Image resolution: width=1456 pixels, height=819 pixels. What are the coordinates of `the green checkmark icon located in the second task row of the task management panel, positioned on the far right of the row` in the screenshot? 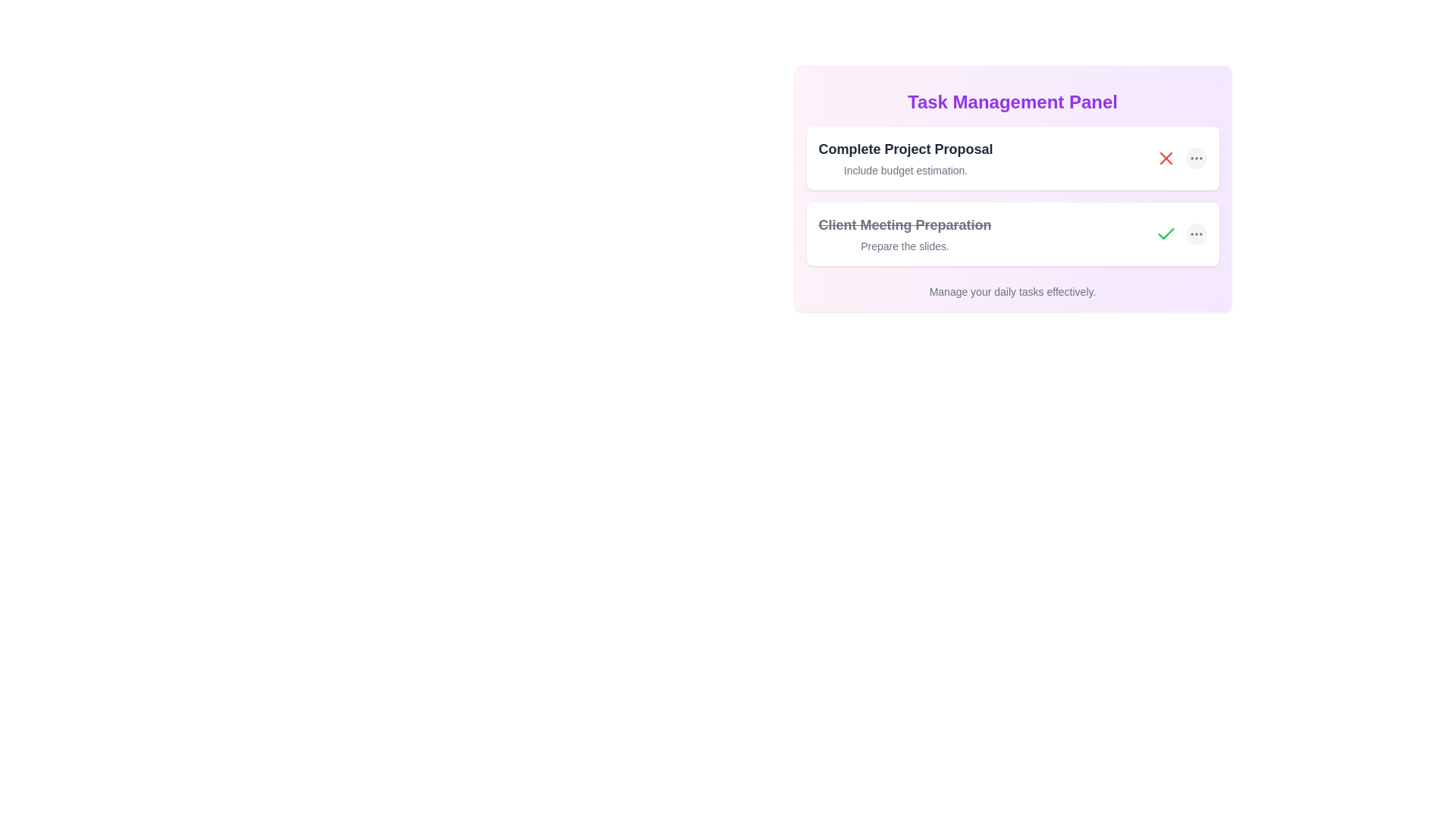 It's located at (1165, 234).